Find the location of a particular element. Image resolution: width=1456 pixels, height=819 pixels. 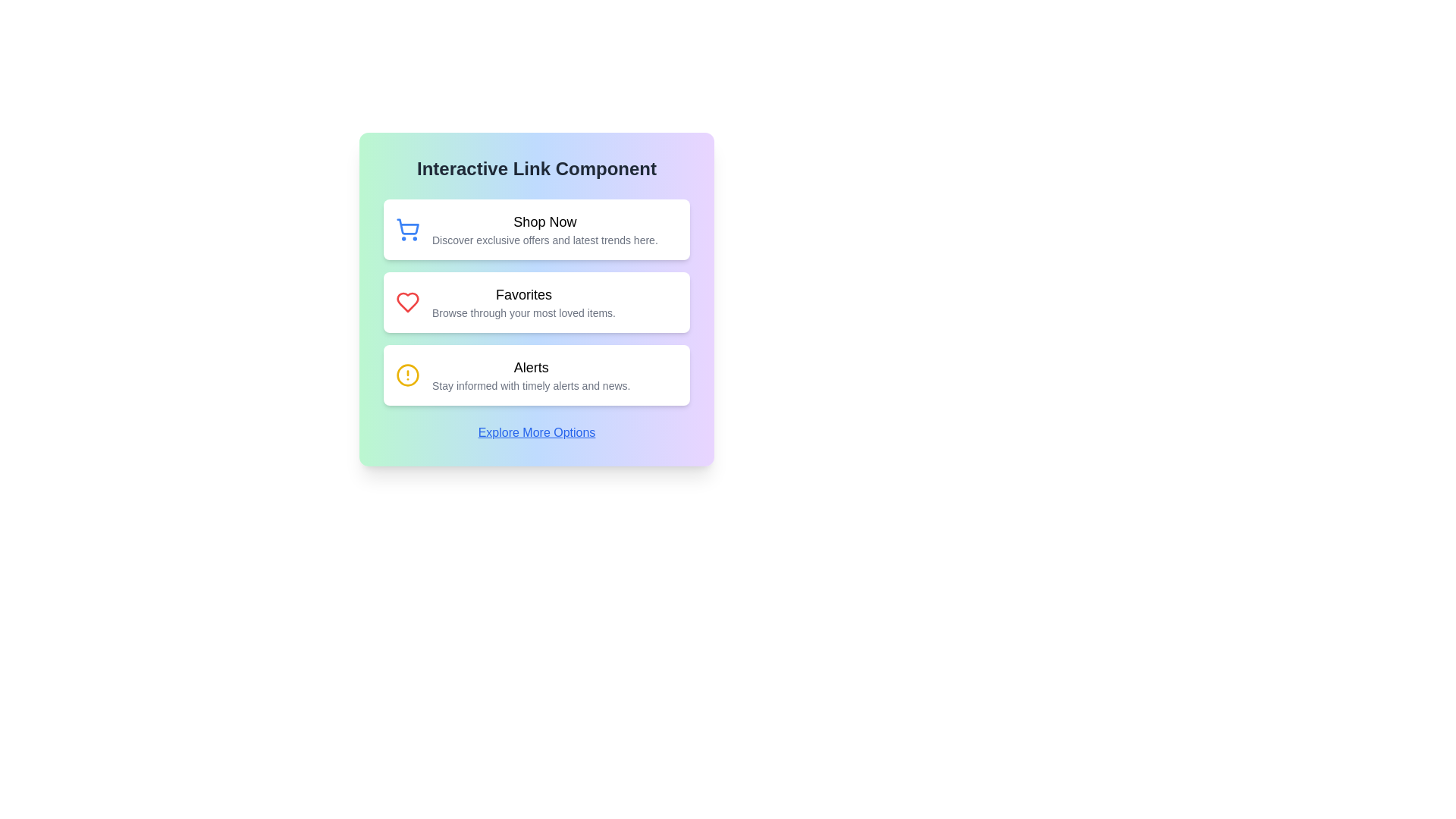

the hyperlink styled with blue text and an underline that reads 'Explore More Options', located at the bottom-center of the 'Interactive Link Component' section, to trigger its hover effect is located at coordinates (536, 432).